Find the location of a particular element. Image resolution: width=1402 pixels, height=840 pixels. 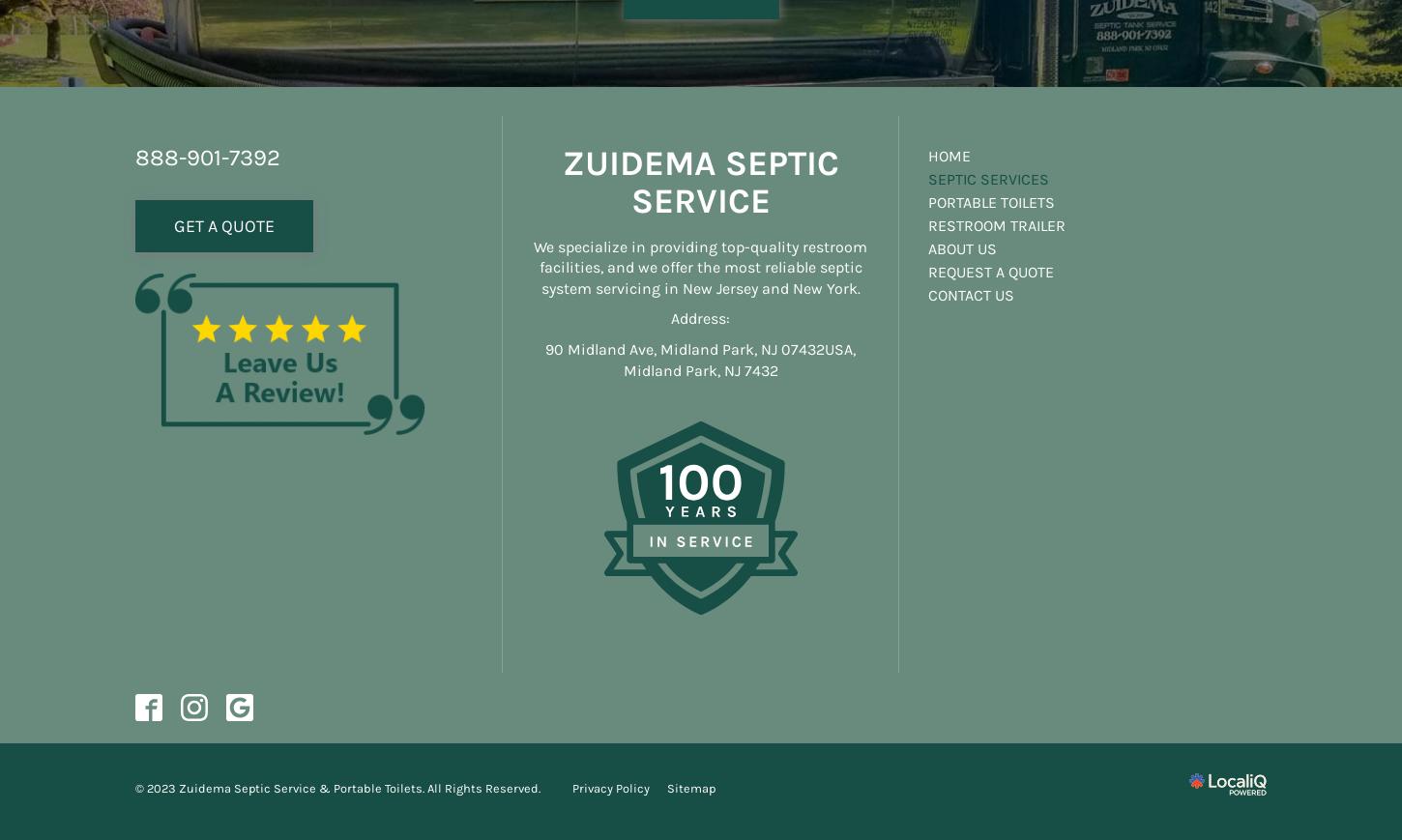

'© 2023 Zuidema Septic Service & Portable Toilets. All Rights Reserved.' is located at coordinates (337, 788).